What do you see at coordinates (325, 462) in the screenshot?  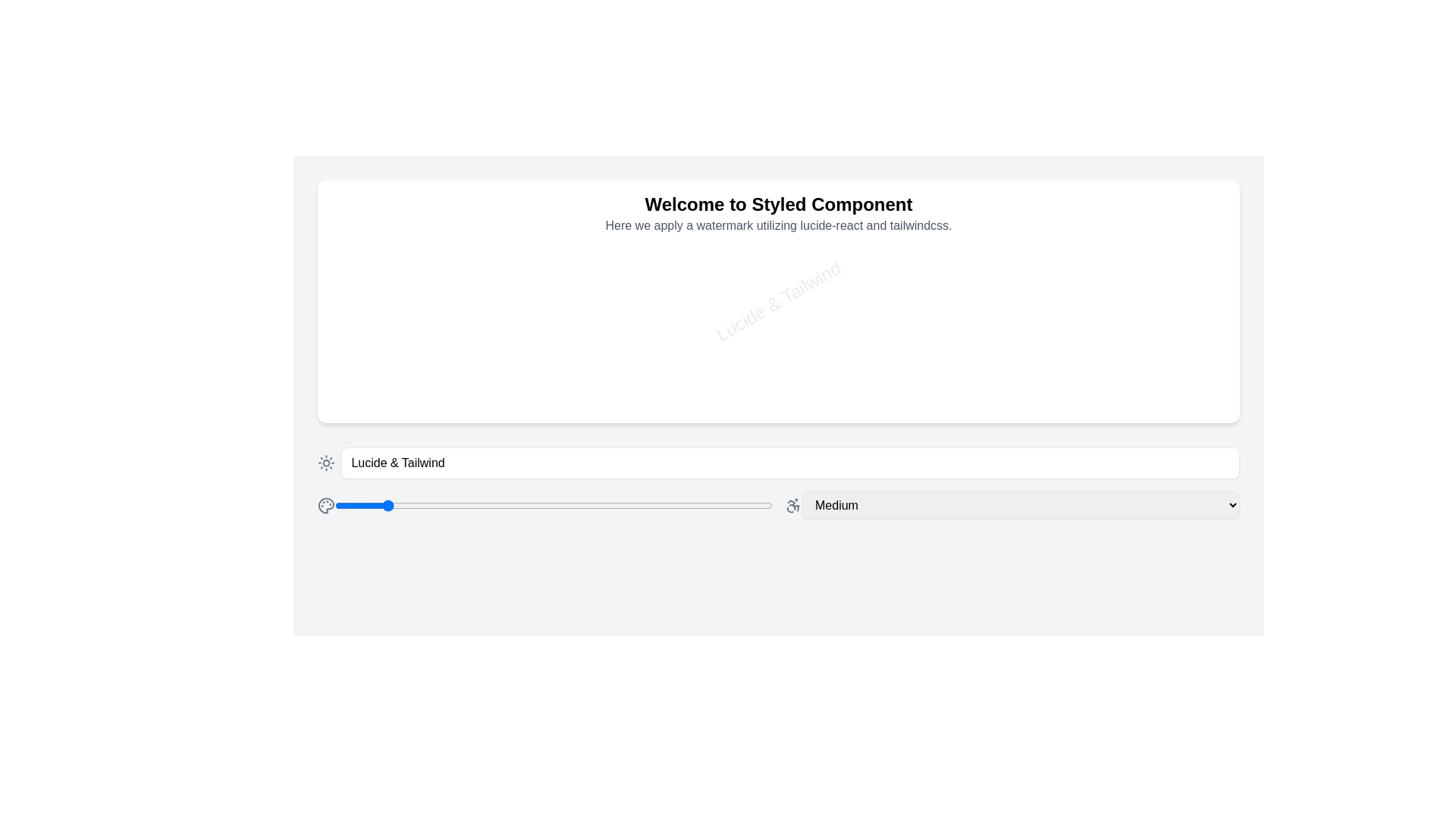 I see `the sun icon, which is the first element in a horizontal group located above the text input box labeled 'Lucide & Tailwind'` at bounding box center [325, 462].